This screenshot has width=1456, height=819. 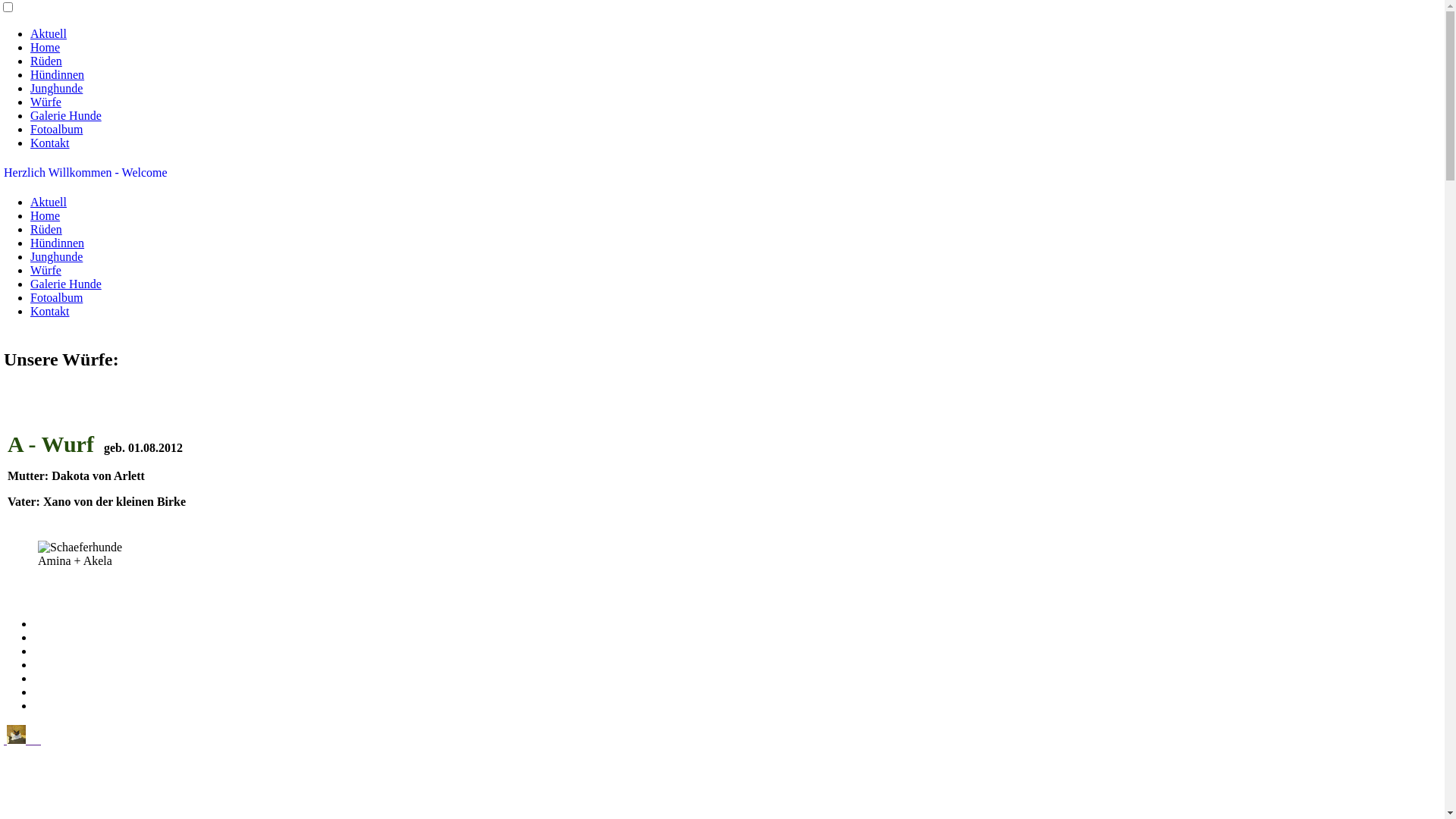 I want to click on 'Aktuell', so click(x=30, y=201).